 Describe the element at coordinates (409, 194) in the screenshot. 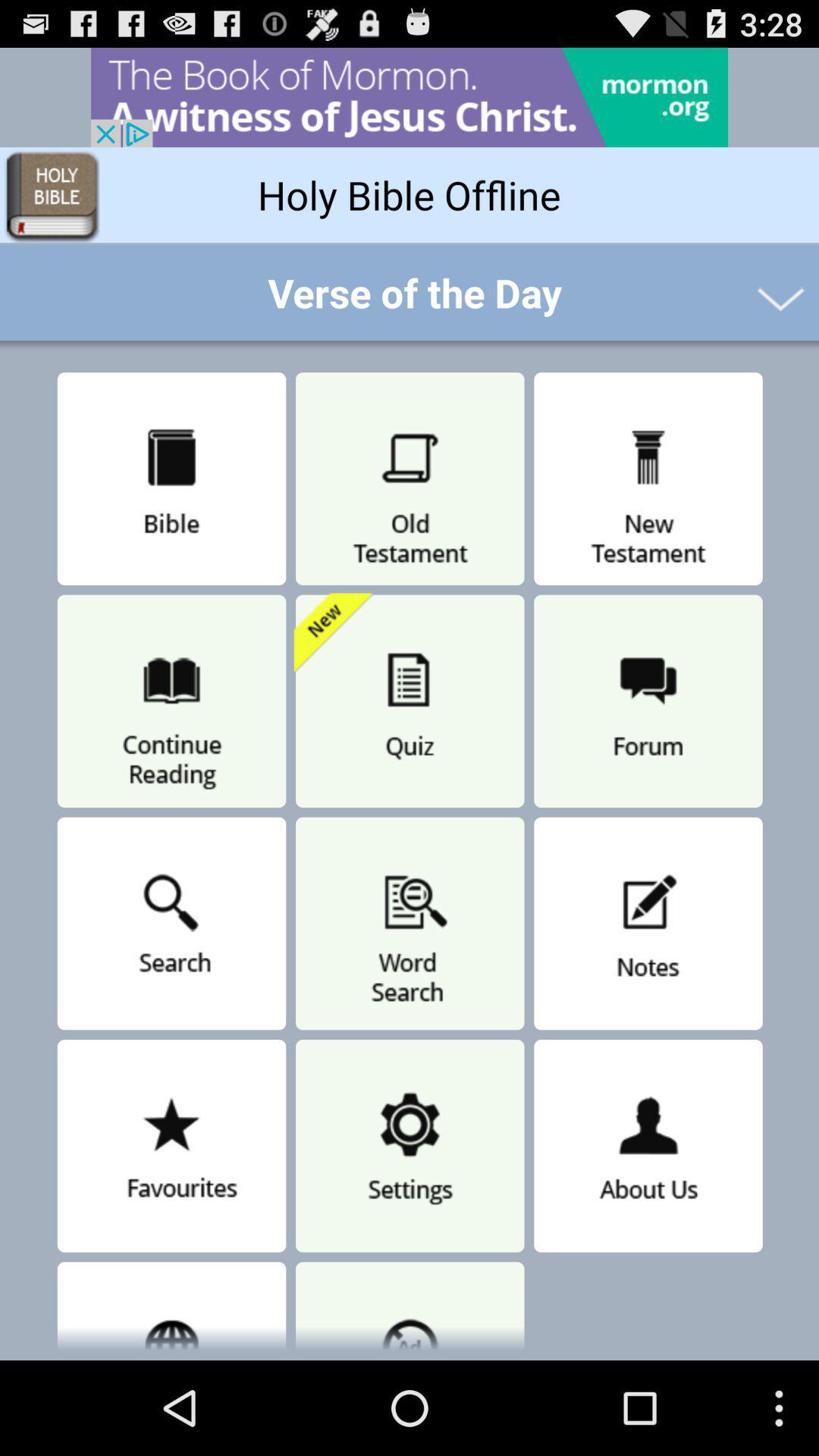

I see `holy bible offline button` at that location.